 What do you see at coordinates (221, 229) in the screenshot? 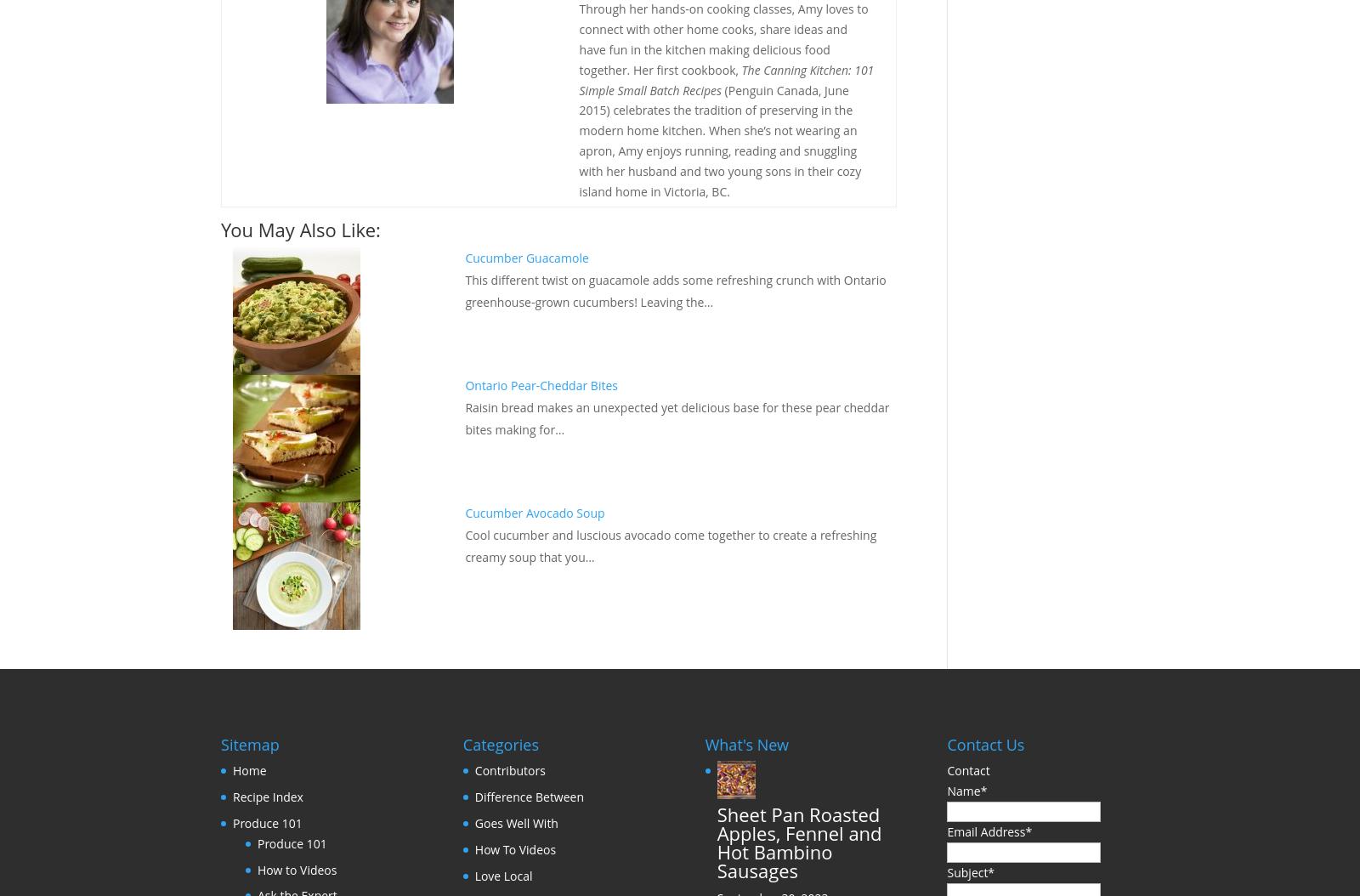
I see `'You May Also Like:'` at bounding box center [221, 229].